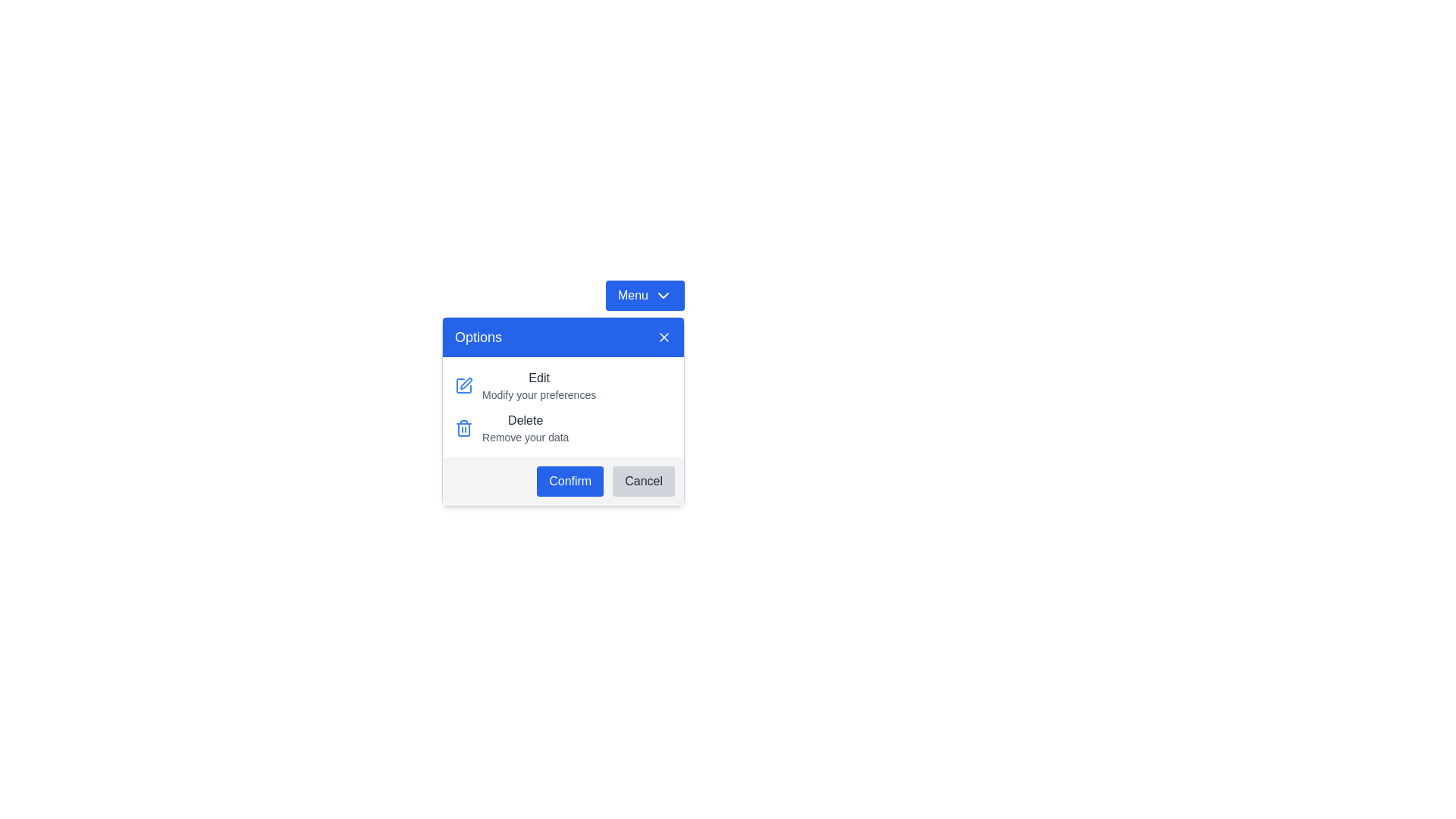 This screenshot has height=819, width=1456. Describe the element at coordinates (563, 412) in the screenshot. I see `the 'Delete' button with a trash bin icon and subtext 'Remove your data.'` at that location.